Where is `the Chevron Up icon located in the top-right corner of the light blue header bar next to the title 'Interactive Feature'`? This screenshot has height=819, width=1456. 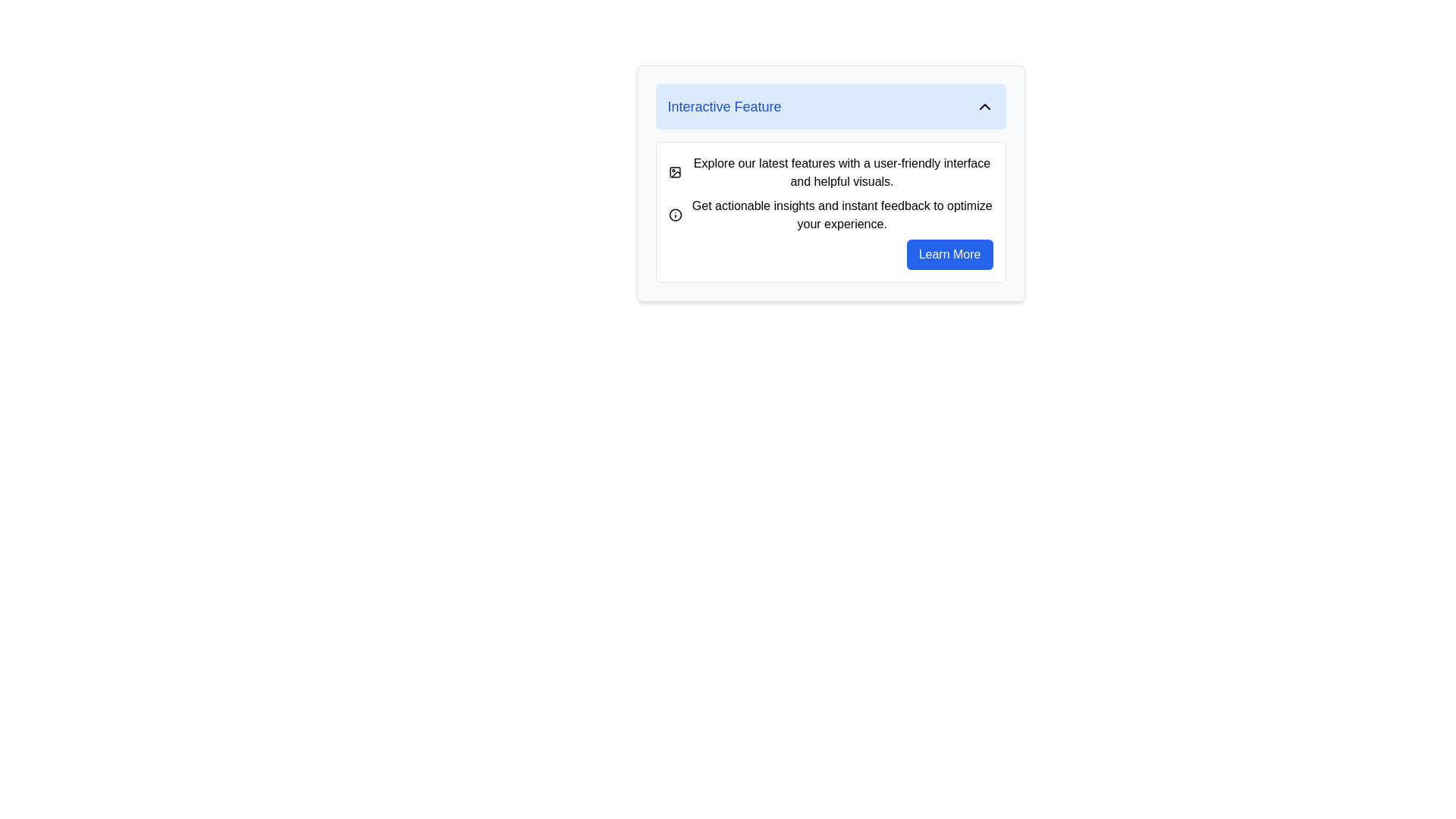
the Chevron Up icon located in the top-right corner of the light blue header bar next to the title 'Interactive Feature' is located at coordinates (984, 106).